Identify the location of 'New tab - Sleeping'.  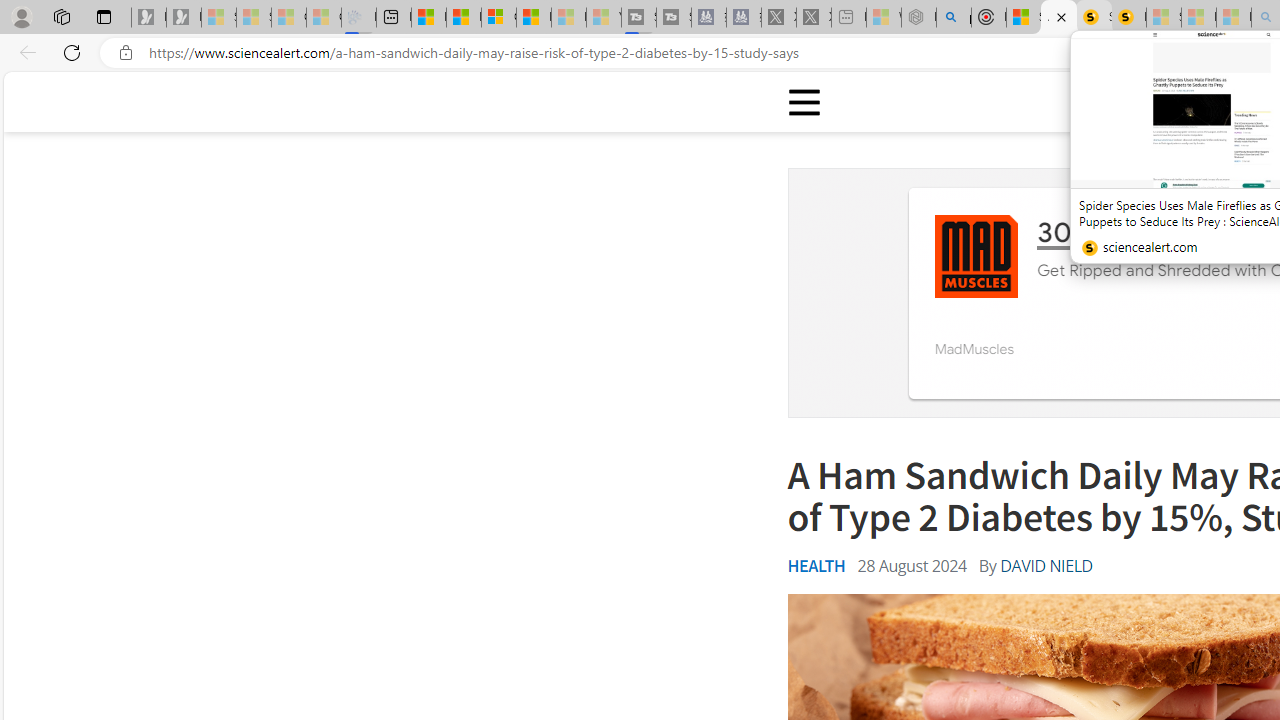
(849, 17).